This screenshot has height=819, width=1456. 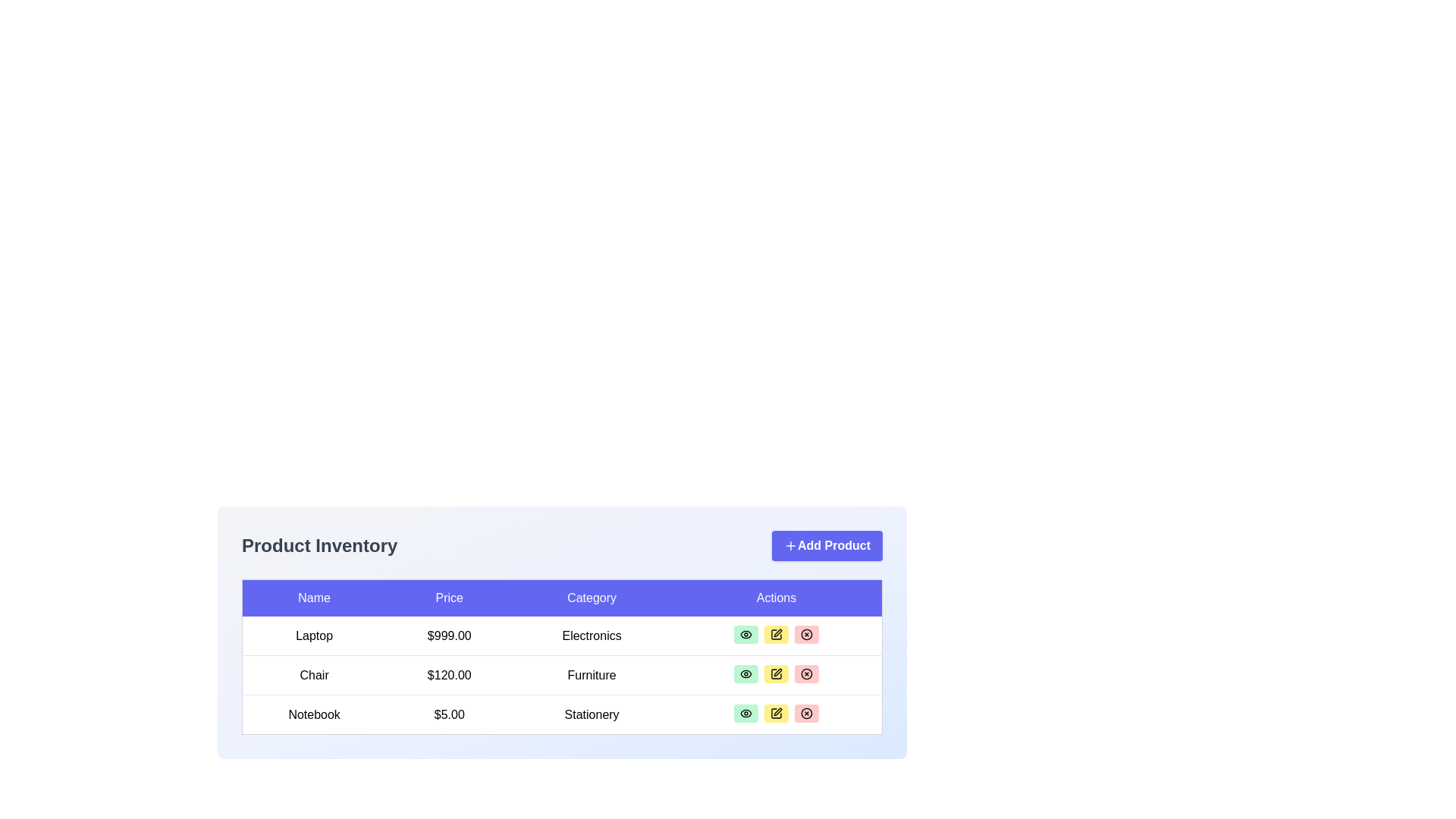 I want to click on the plus icon located to the left of the 'Add Product' button, which is situated in the top-right of the user interface, so click(x=789, y=546).